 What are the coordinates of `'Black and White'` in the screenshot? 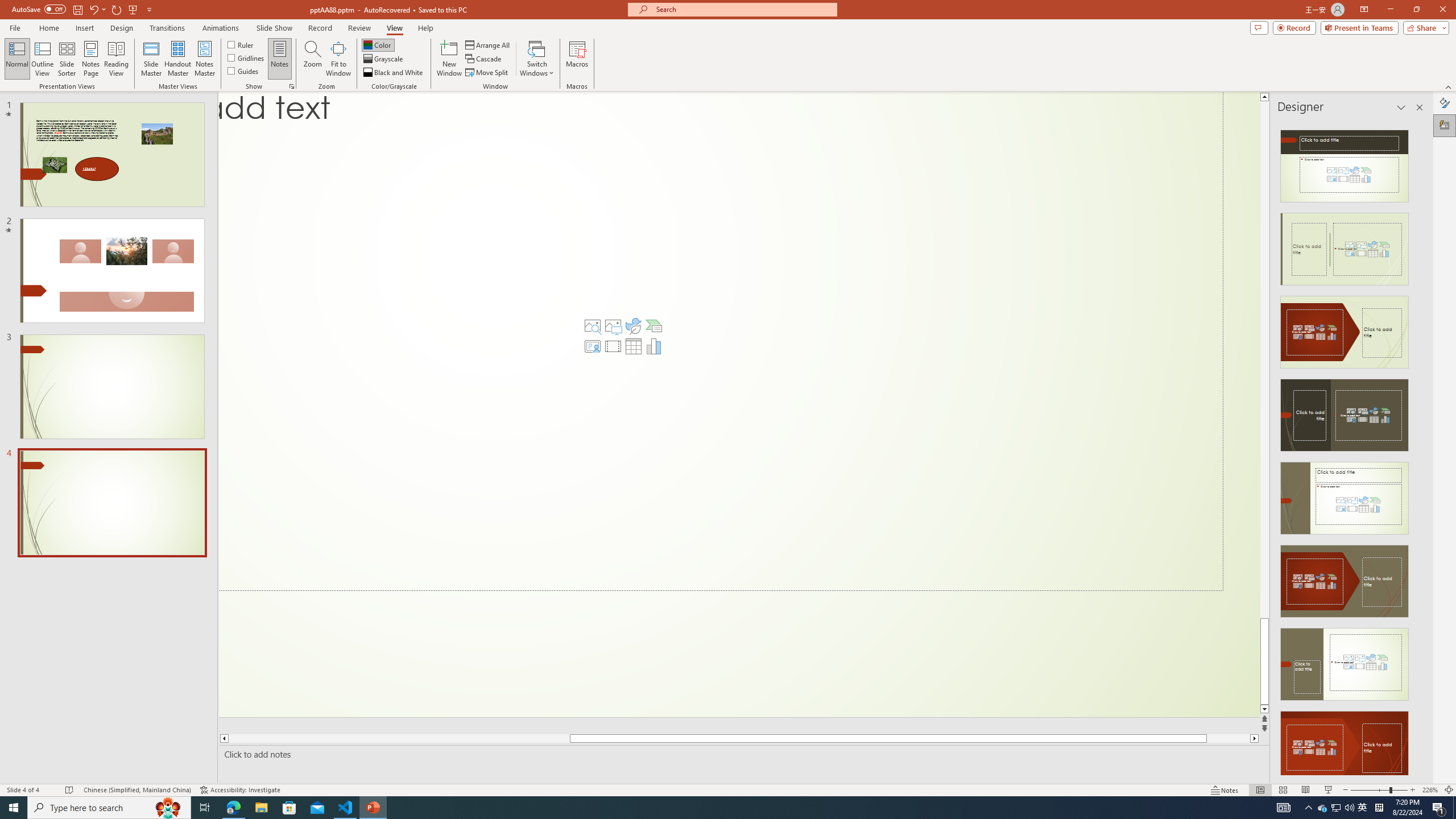 It's located at (394, 72).